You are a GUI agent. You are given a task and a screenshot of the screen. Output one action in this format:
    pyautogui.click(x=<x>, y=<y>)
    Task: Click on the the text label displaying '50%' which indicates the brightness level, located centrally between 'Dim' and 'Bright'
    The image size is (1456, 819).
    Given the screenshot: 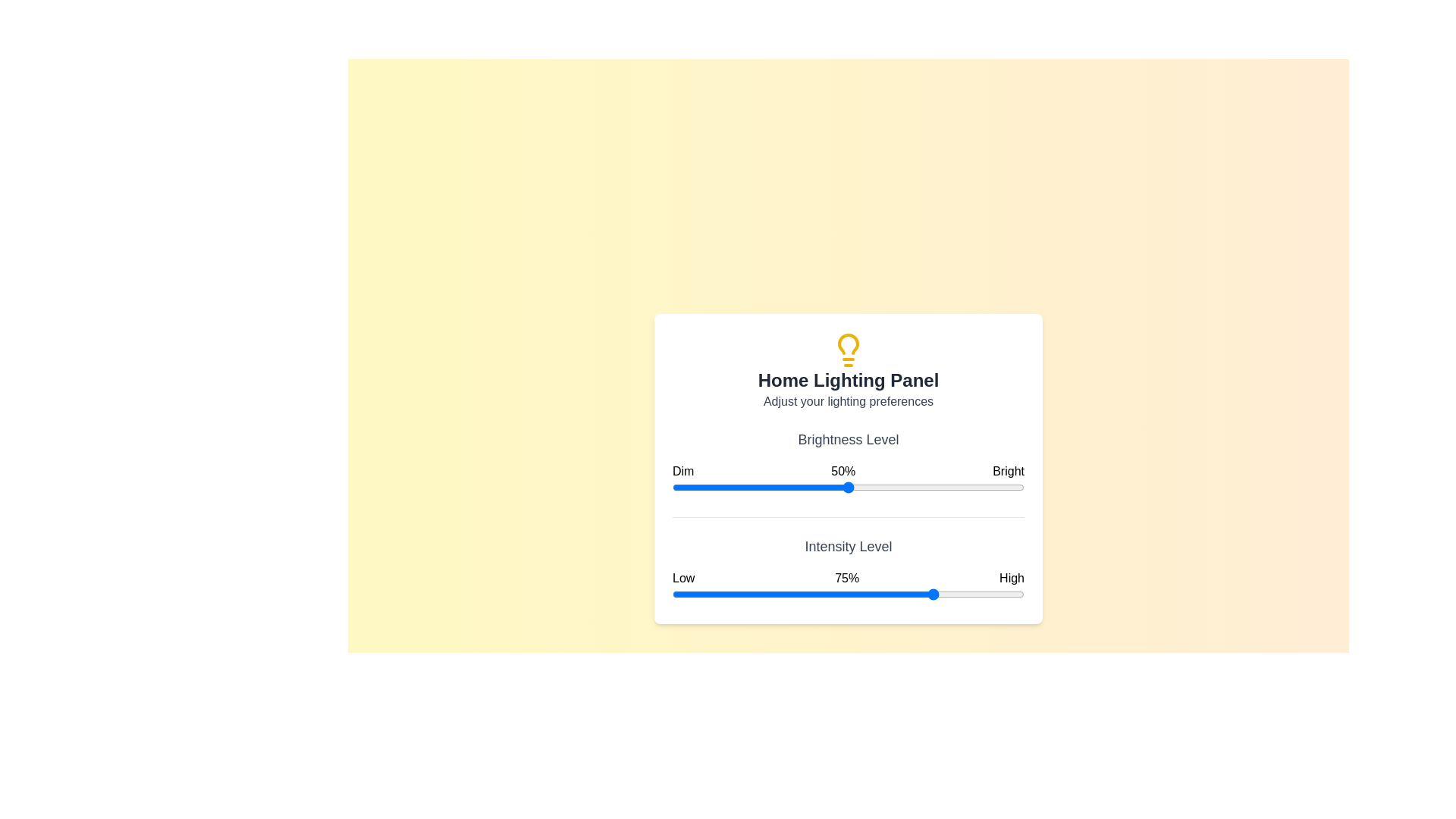 What is the action you would take?
    pyautogui.click(x=843, y=470)
    